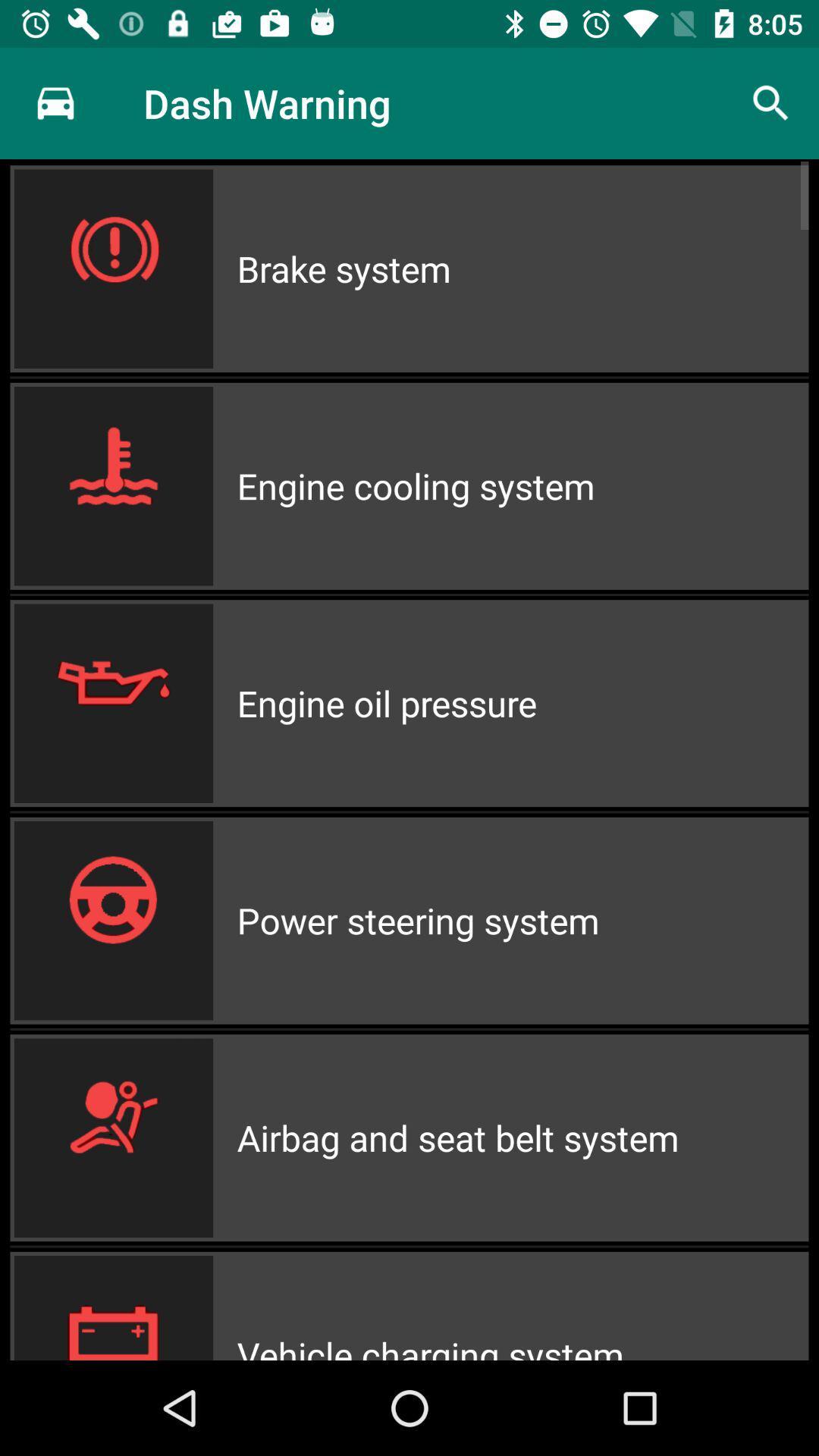 This screenshot has height=1456, width=819. What do you see at coordinates (522, 1137) in the screenshot?
I see `the icon below the power steering system item` at bounding box center [522, 1137].